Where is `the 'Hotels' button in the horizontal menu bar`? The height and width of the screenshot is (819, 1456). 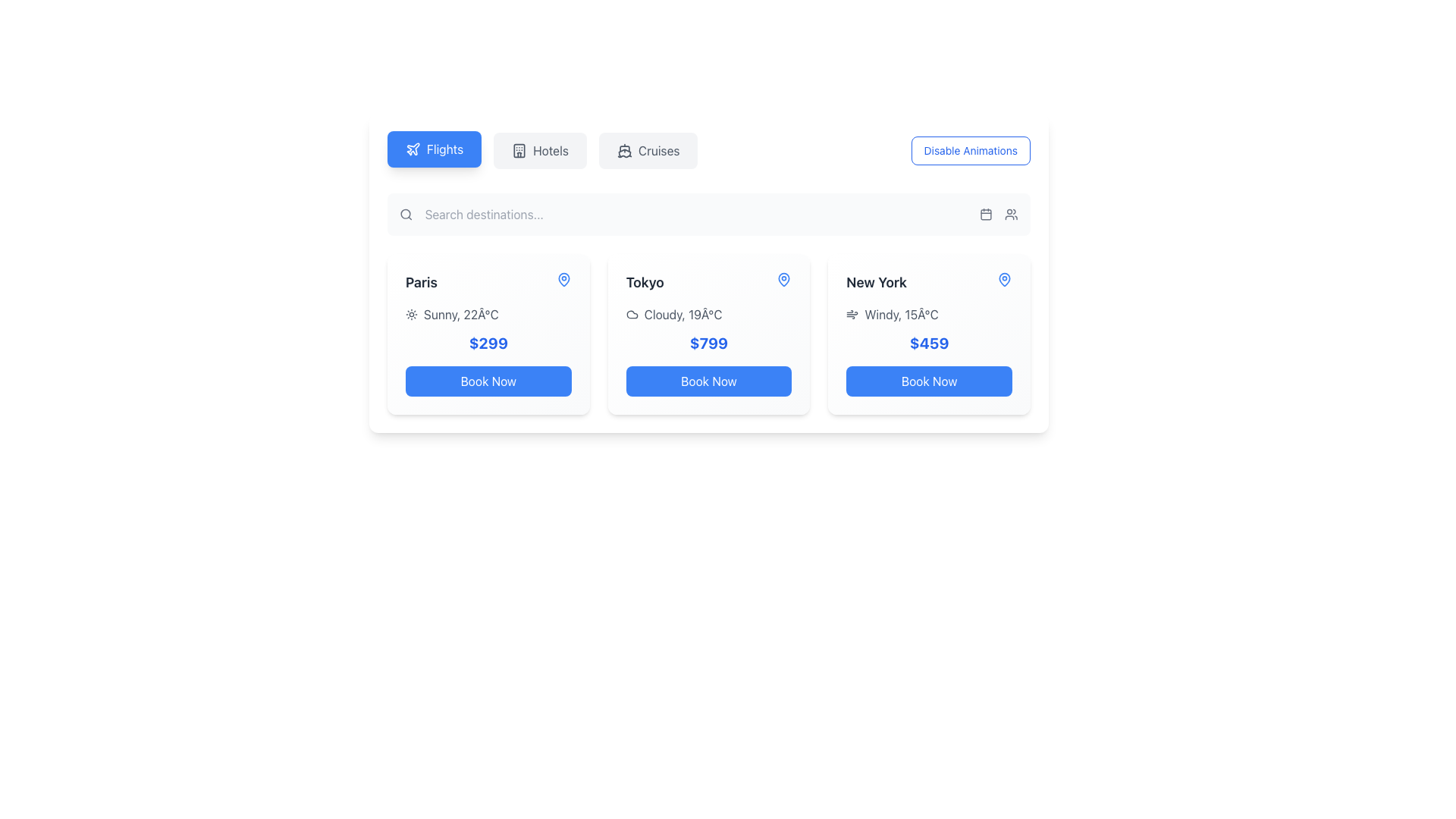
the 'Hotels' button in the horizontal menu bar is located at coordinates (542, 151).